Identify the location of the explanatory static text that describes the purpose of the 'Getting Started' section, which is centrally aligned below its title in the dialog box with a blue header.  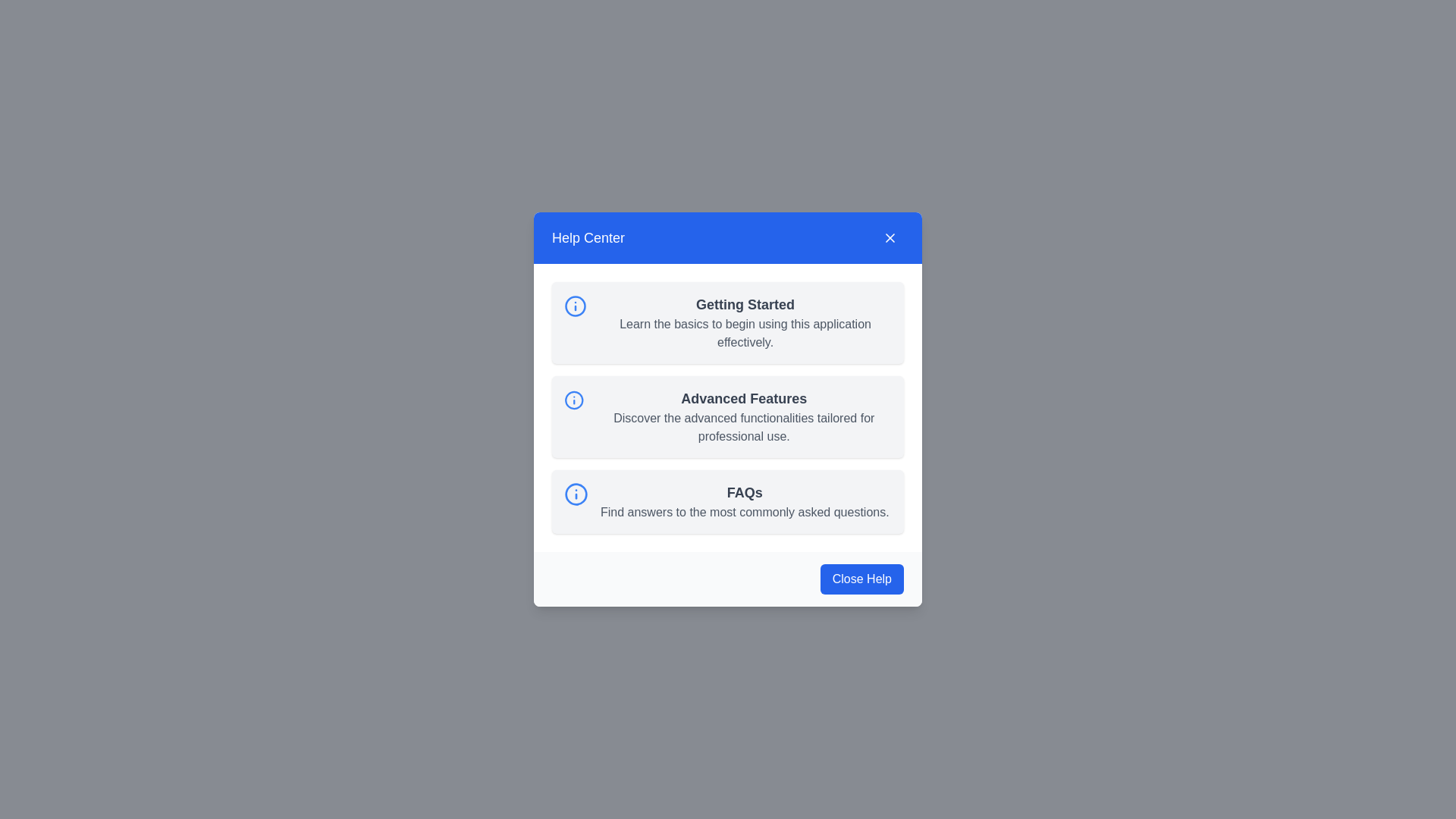
(745, 332).